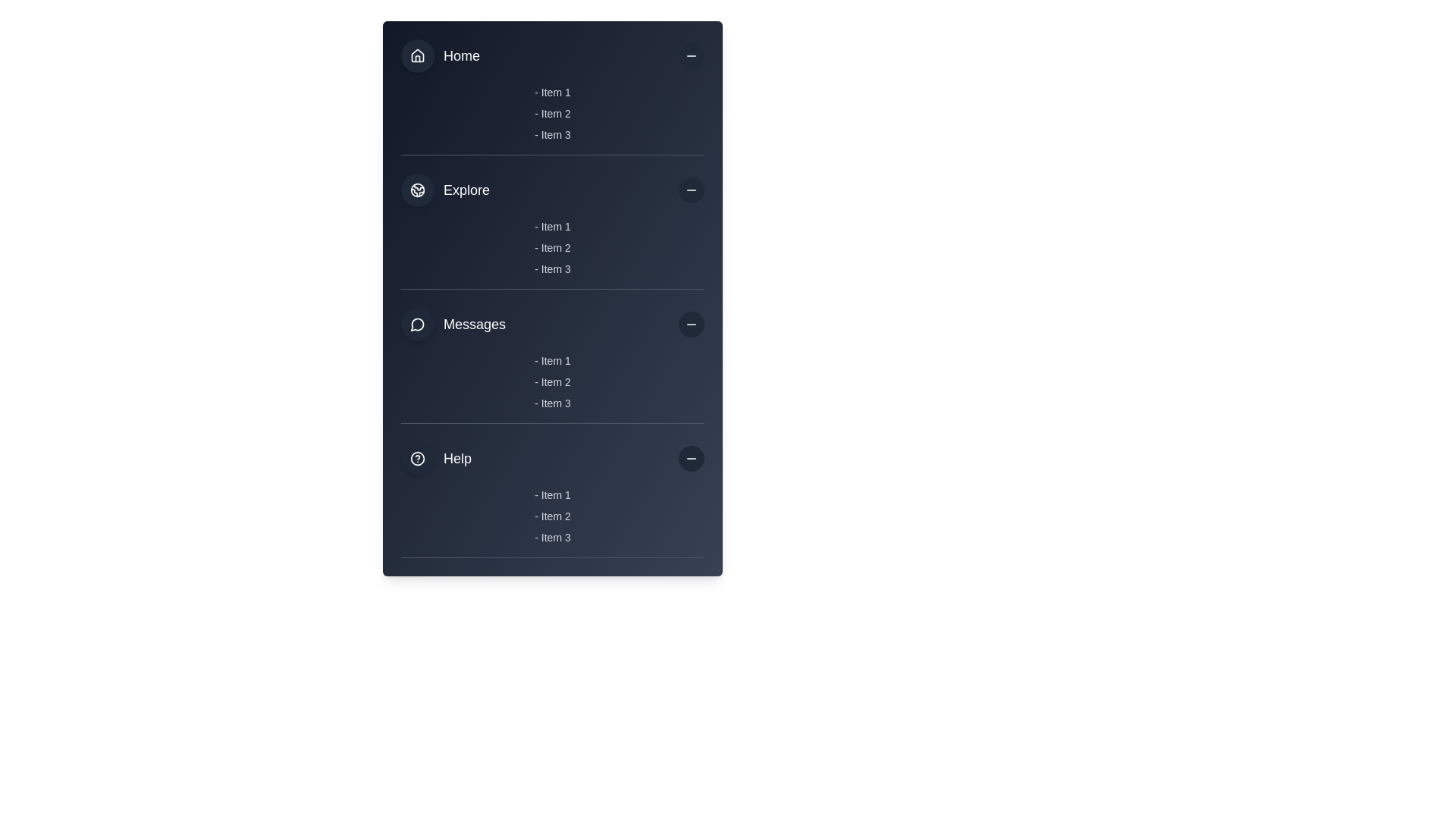  I want to click on an item in the 'Help' section list, so click(552, 516).